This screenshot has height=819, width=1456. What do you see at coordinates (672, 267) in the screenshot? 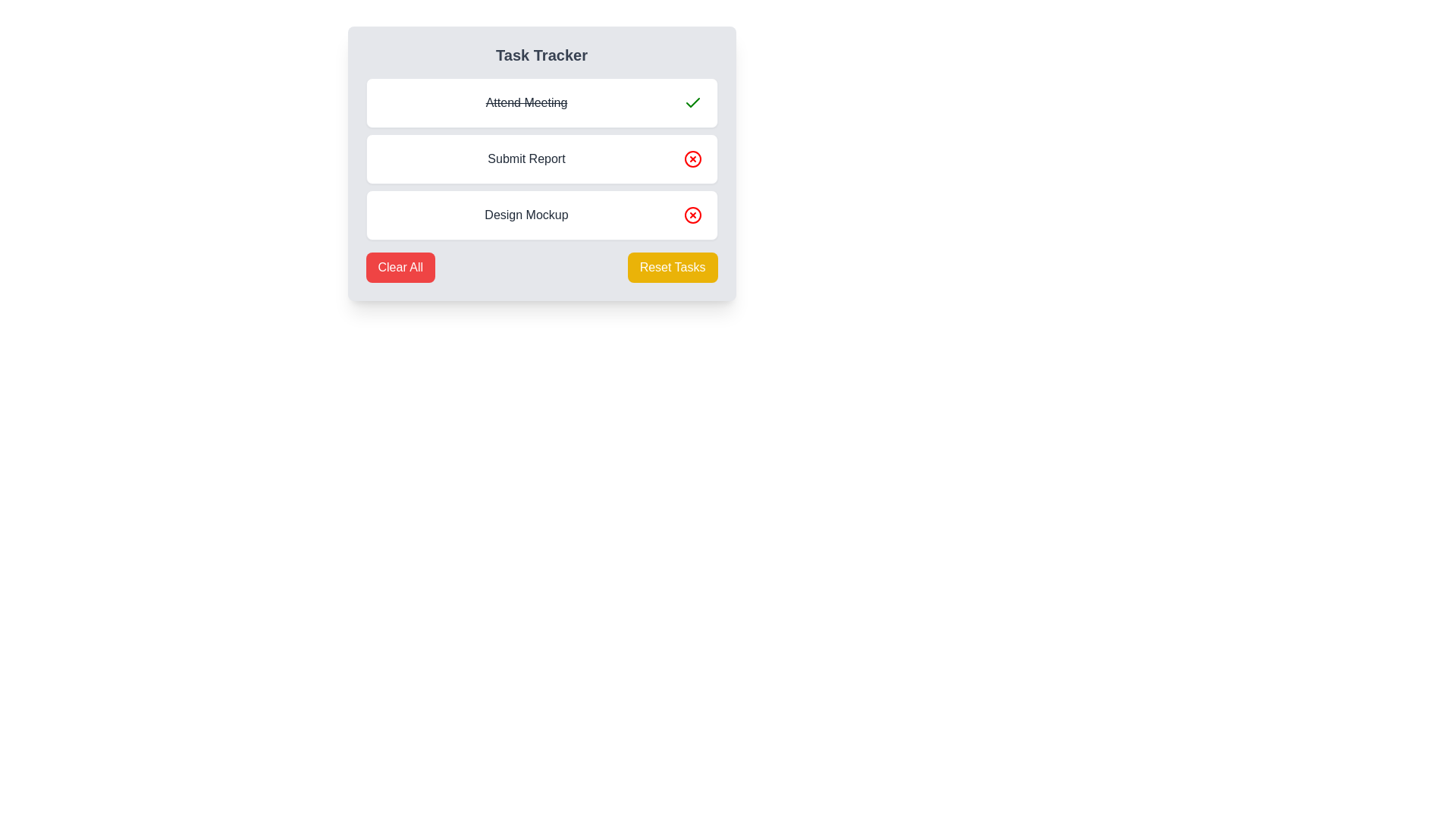
I see `the yellow rectangular button labeled 'Reset Tasks' to change its appearance` at bounding box center [672, 267].